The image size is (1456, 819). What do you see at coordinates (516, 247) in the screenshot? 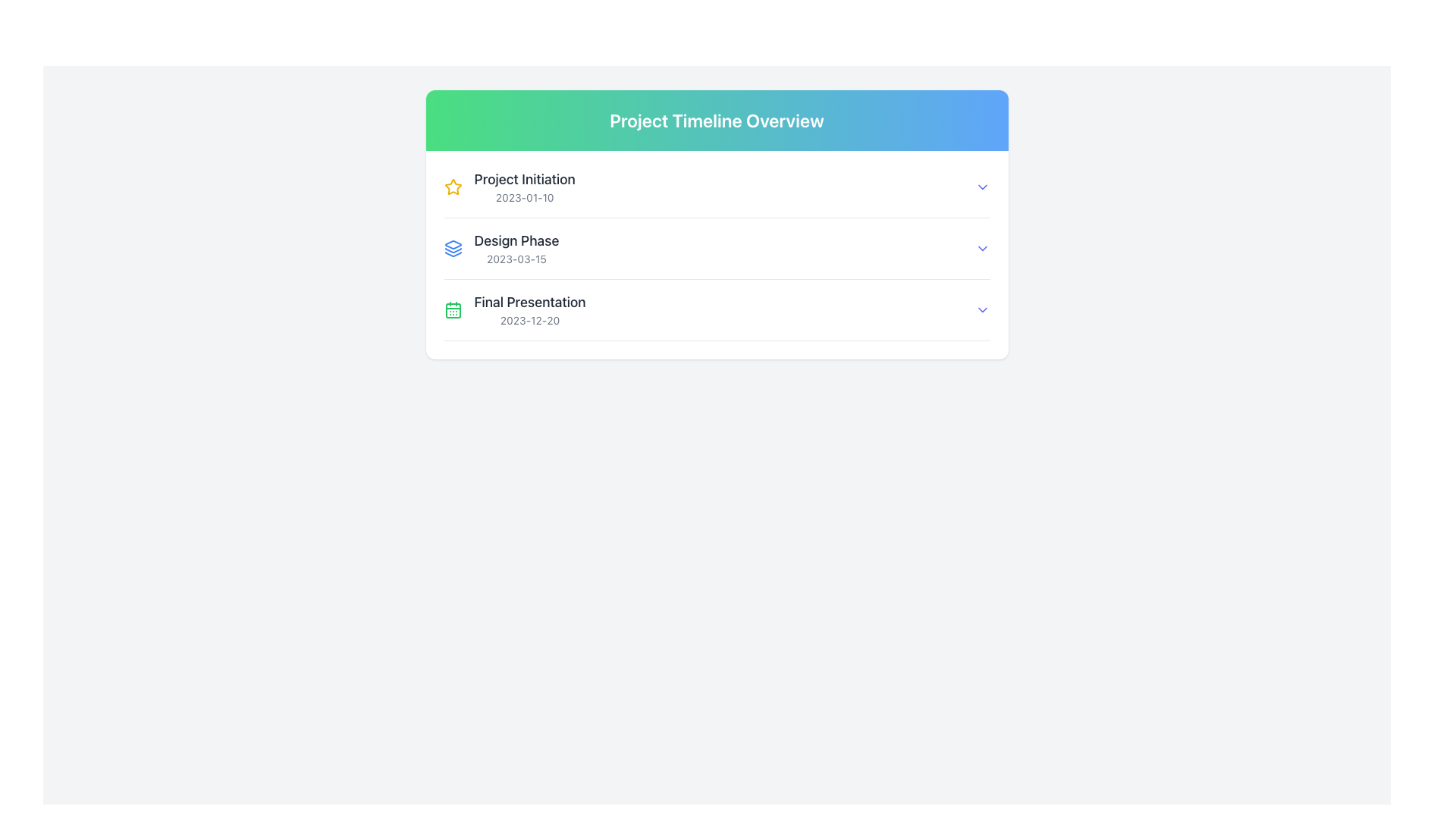
I see `the text block displaying 'Design Phase' and the date '2023-03-15', located in the second row of the 'Project Timeline Overview' list` at bounding box center [516, 247].